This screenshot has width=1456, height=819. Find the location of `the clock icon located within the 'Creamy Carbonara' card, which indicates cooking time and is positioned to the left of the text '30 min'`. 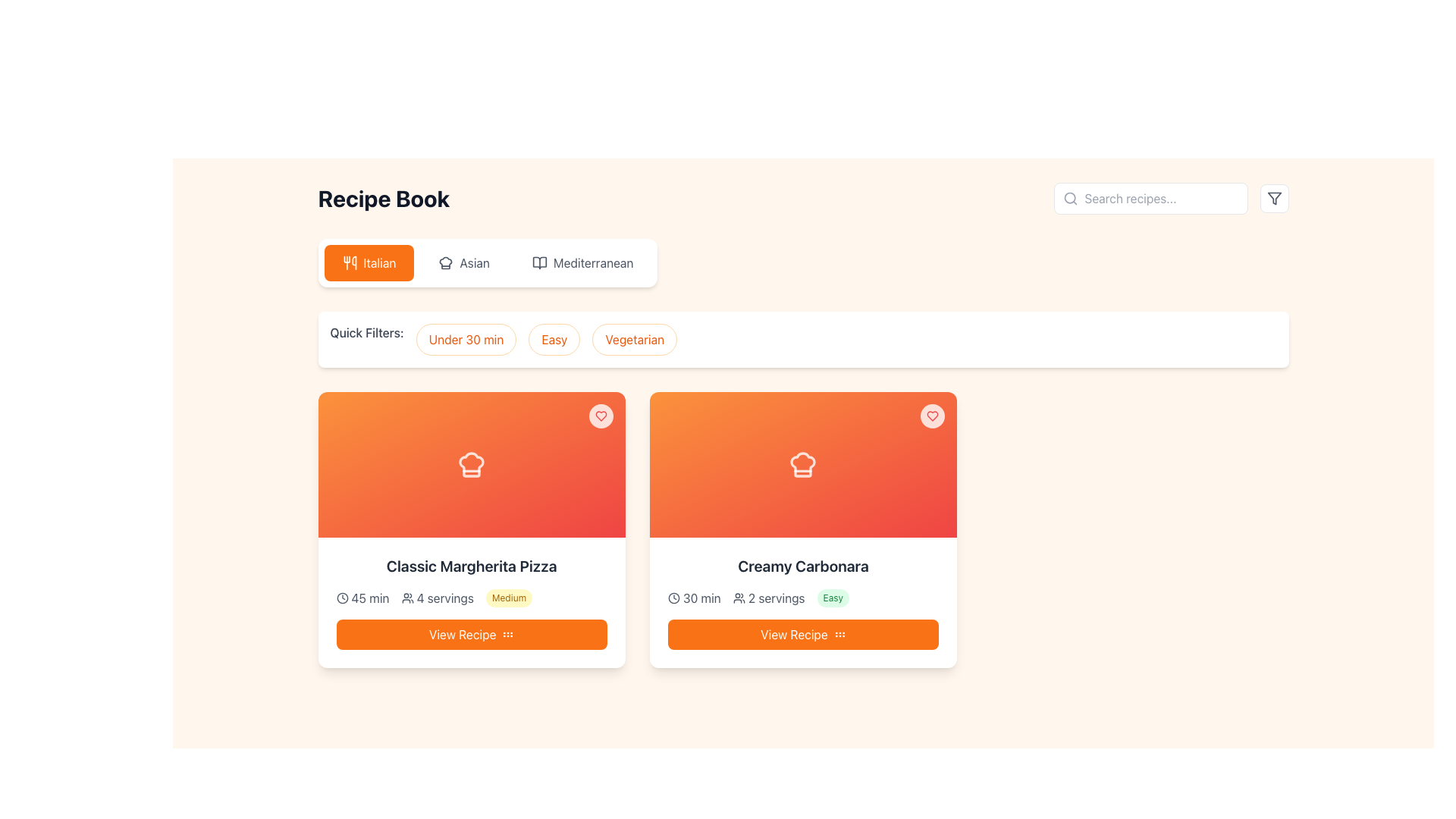

the clock icon located within the 'Creamy Carbonara' card, which indicates cooking time and is positioned to the left of the text '30 min' is located at coordinates (673, 598).